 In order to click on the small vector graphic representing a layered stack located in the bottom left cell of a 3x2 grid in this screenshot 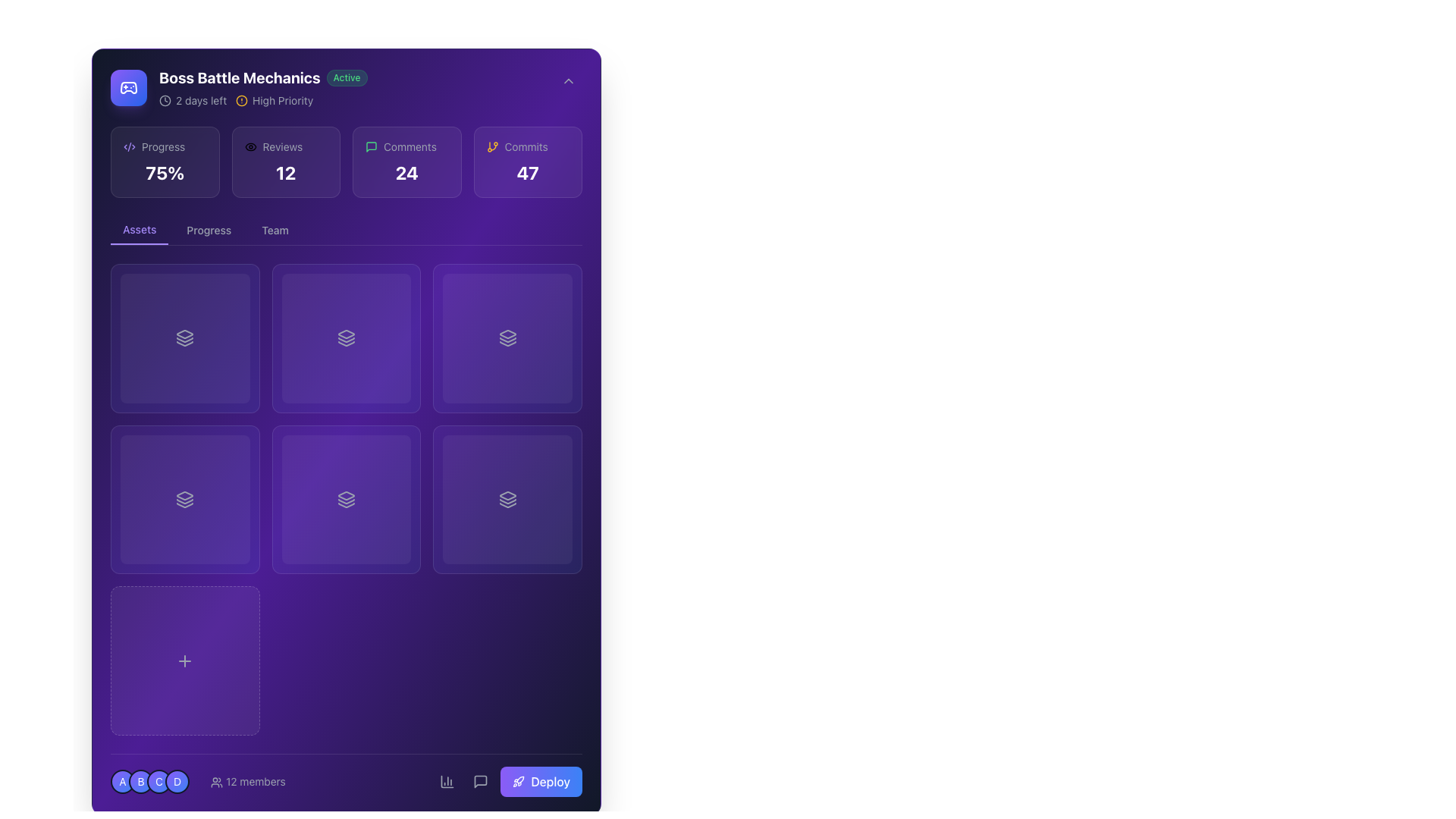, I will do `click(184, 501)`.